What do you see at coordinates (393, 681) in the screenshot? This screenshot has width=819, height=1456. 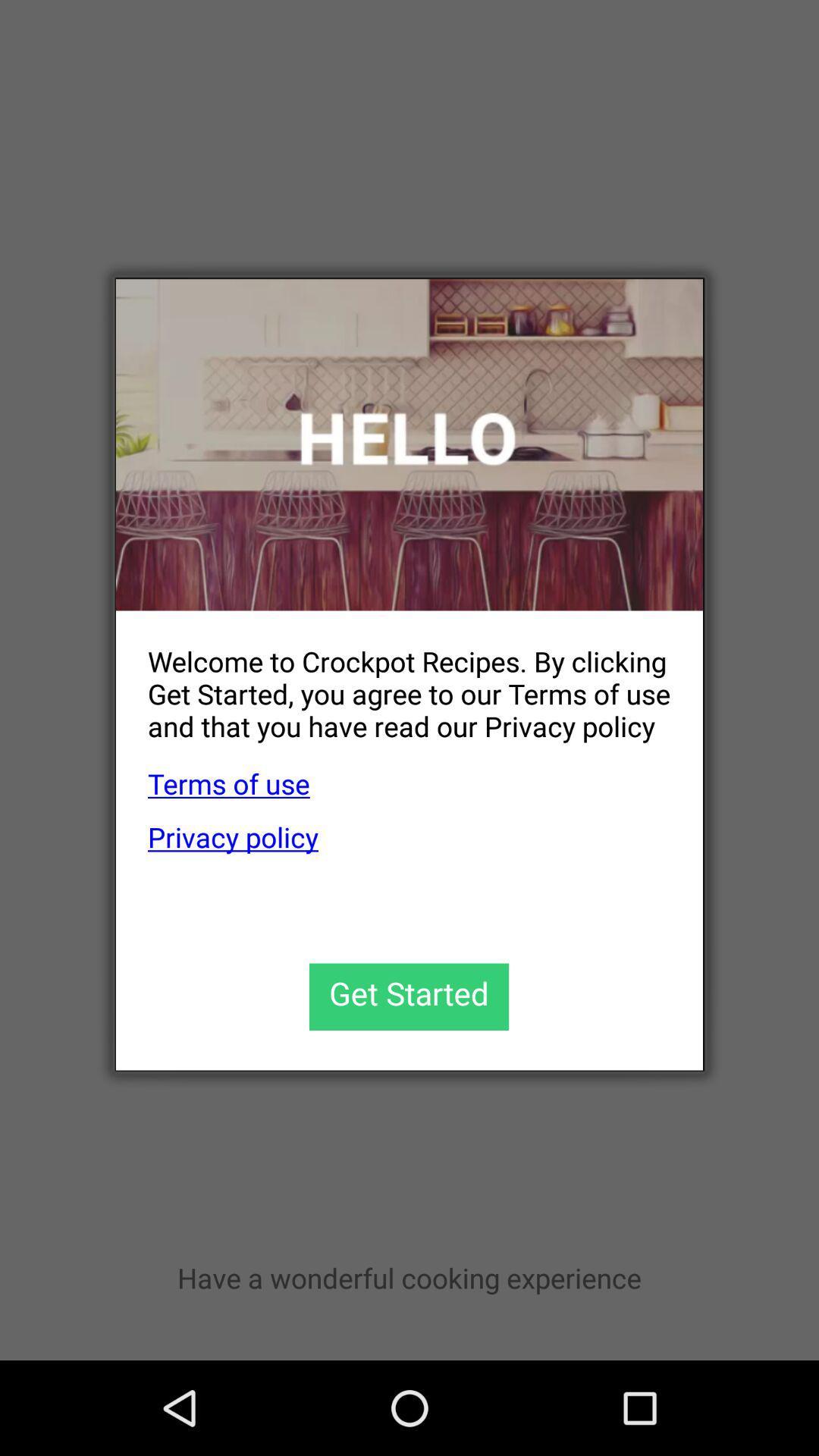 I see `icon above the terms of use item` at bounding box center [393, 681].